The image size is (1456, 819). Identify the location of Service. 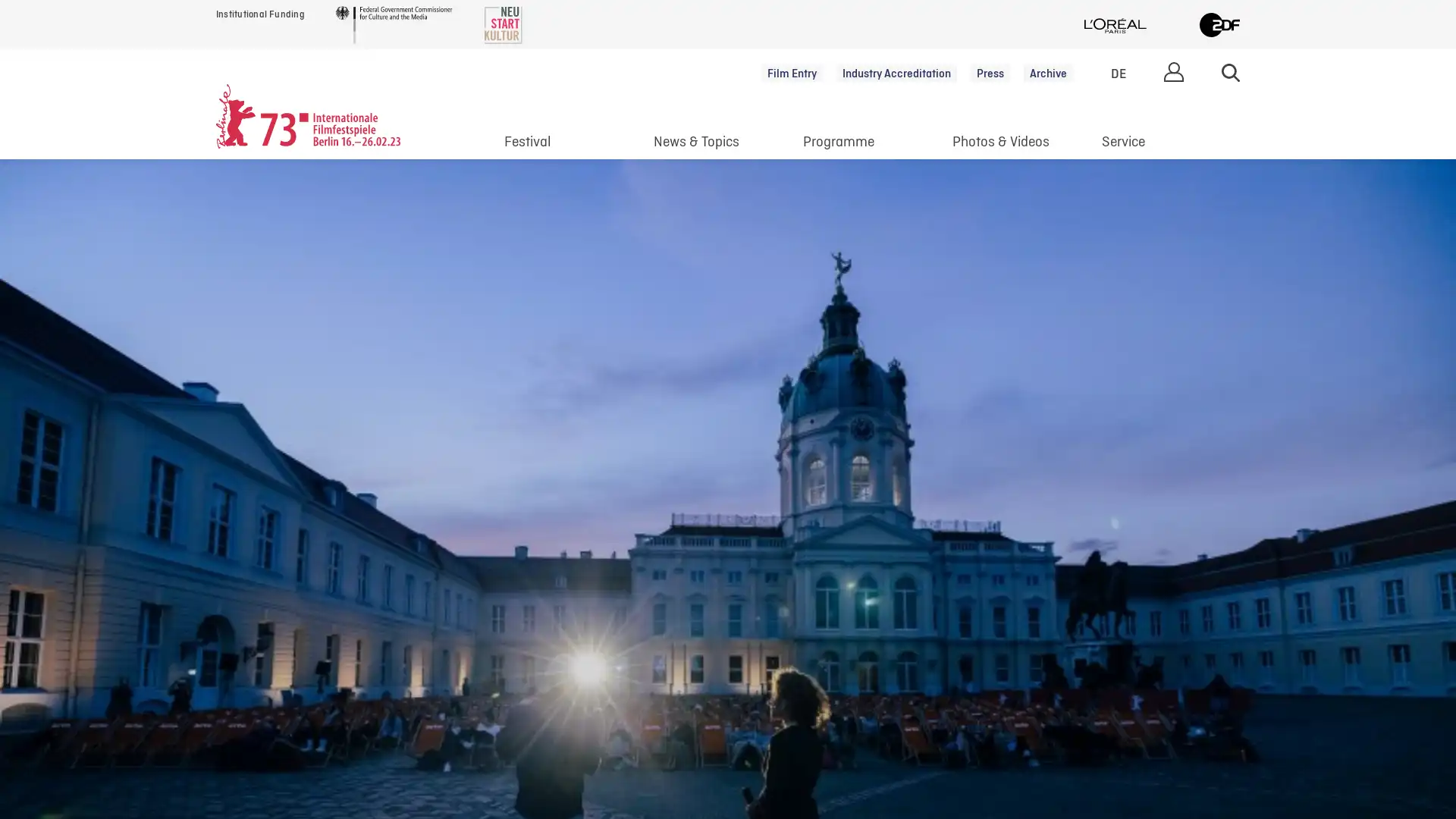
(1122, 145).